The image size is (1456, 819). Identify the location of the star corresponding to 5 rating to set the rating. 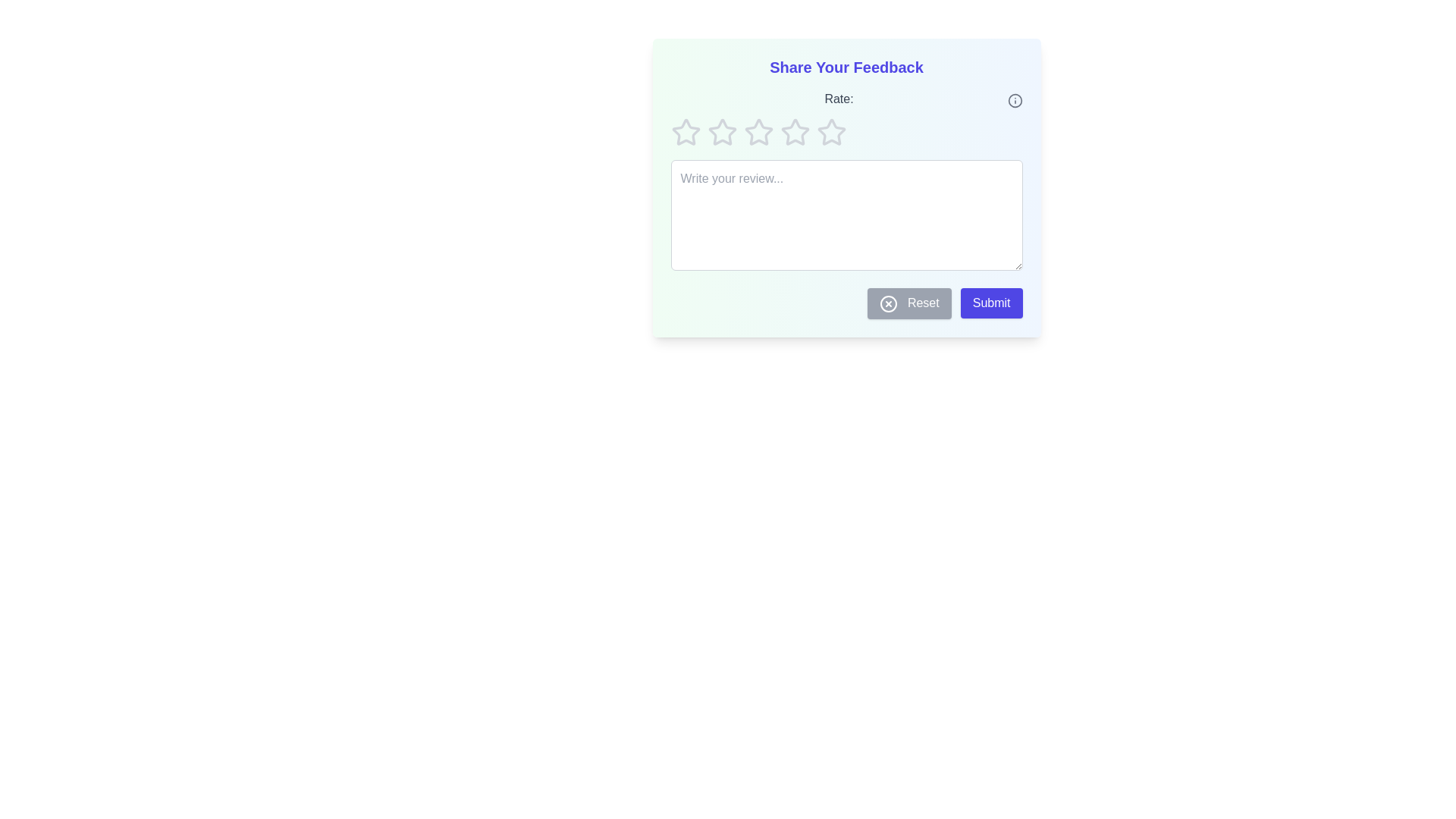
(830, 131).